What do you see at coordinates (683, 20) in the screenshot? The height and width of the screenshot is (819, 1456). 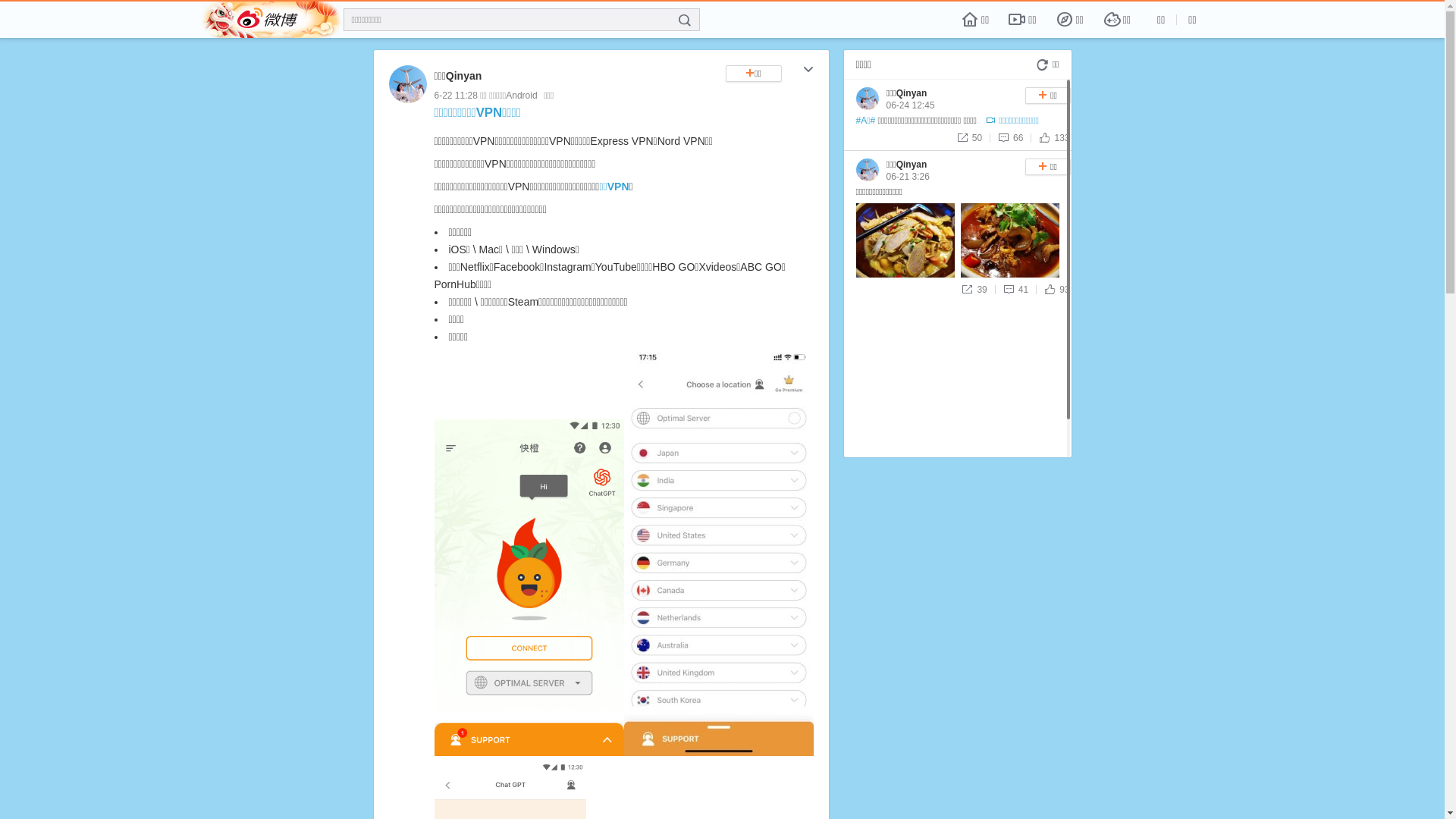 I see `'f'` at bounding box center [683, 20].